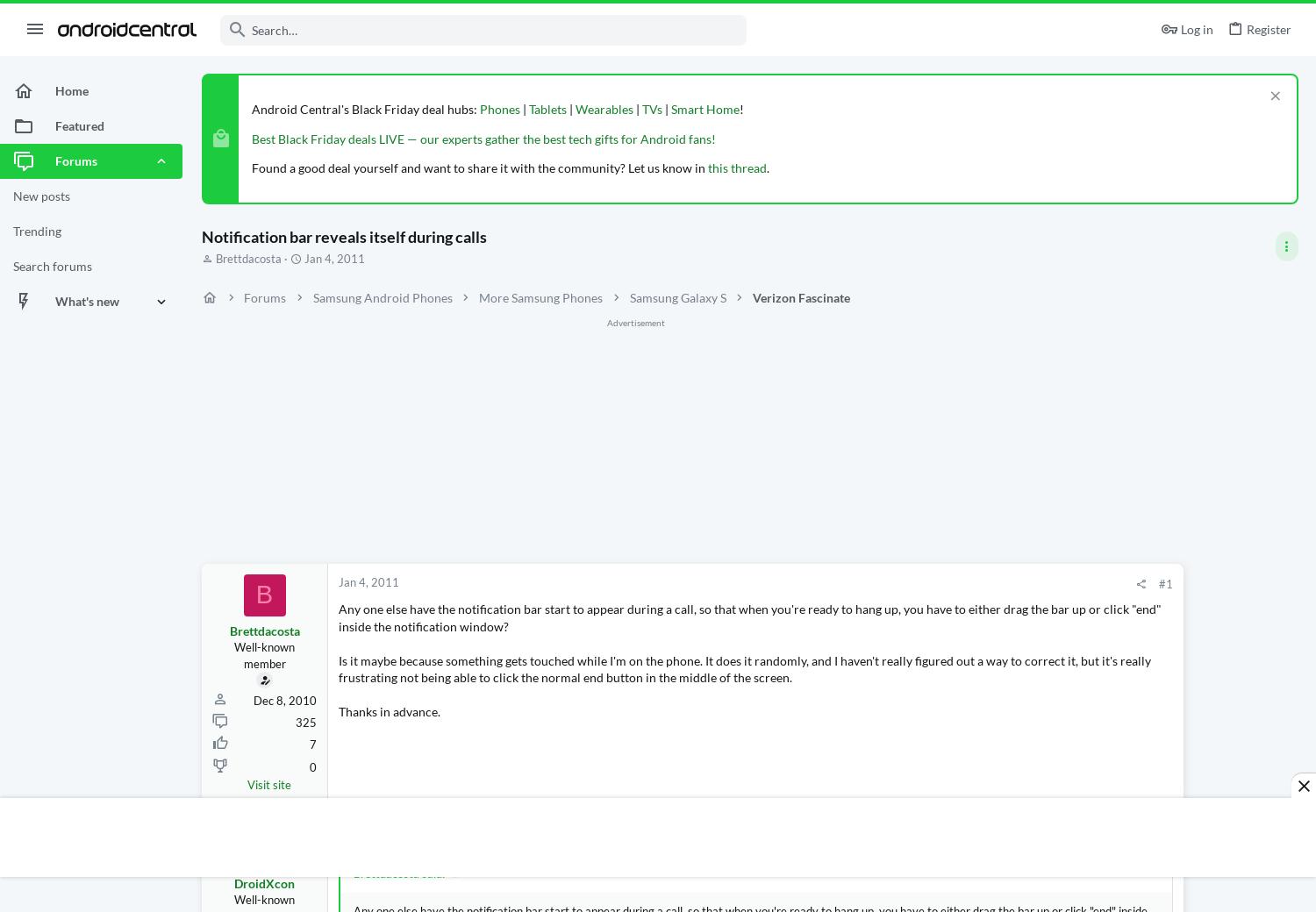 The height and width of the screenshot is (912, 1316). I want to click on '#2', so click(1000, 836).